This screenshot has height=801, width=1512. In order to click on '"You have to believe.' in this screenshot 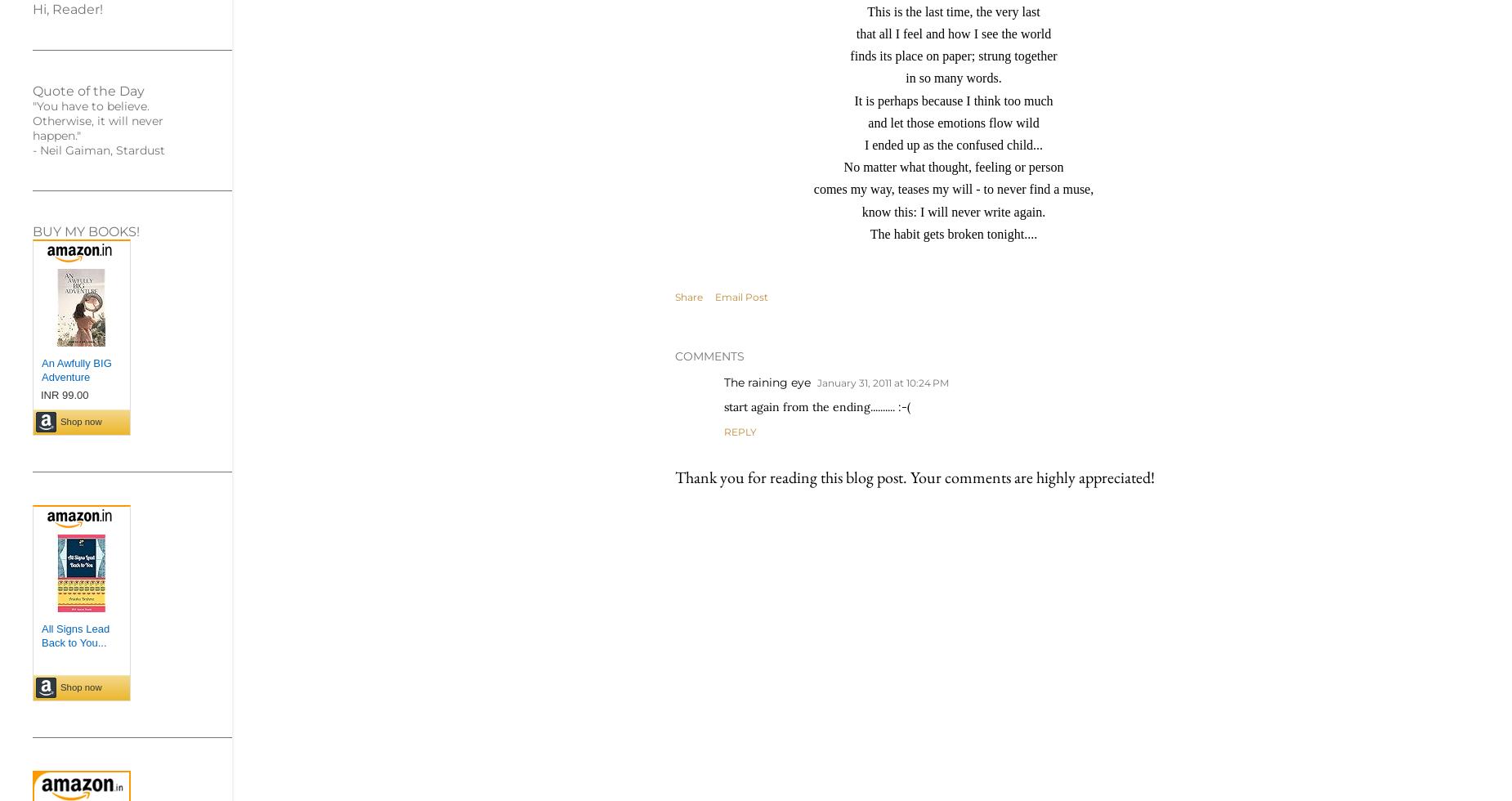, I will do `click(90, 106)`.